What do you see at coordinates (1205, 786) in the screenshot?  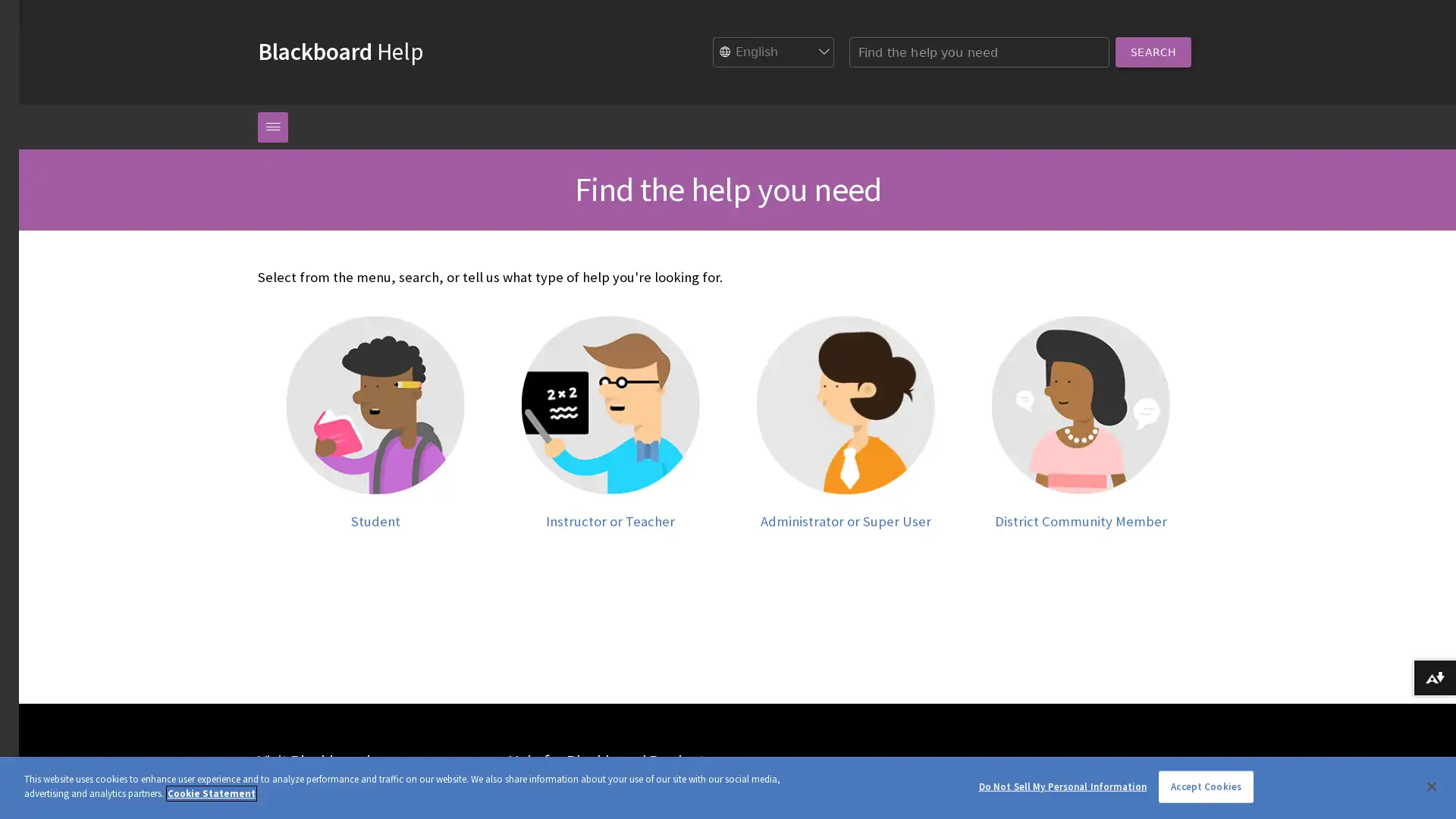 I see `Accept Cookies` at bounding box center [1205, 786].